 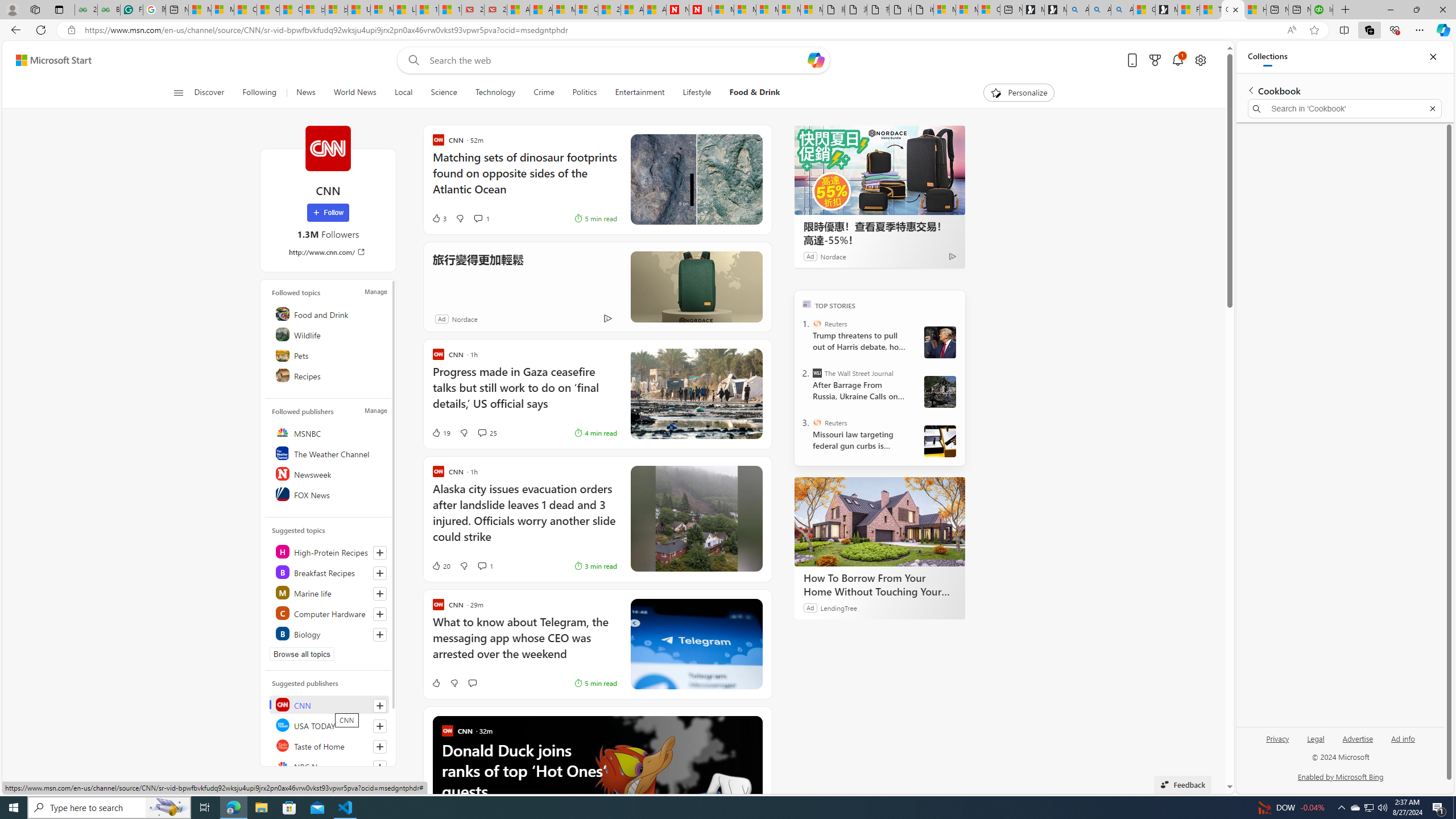 What do you see at coordinates (380, 634) in the screenshot?
I see `'Follow this topic'` at bounding box center [380, 634].